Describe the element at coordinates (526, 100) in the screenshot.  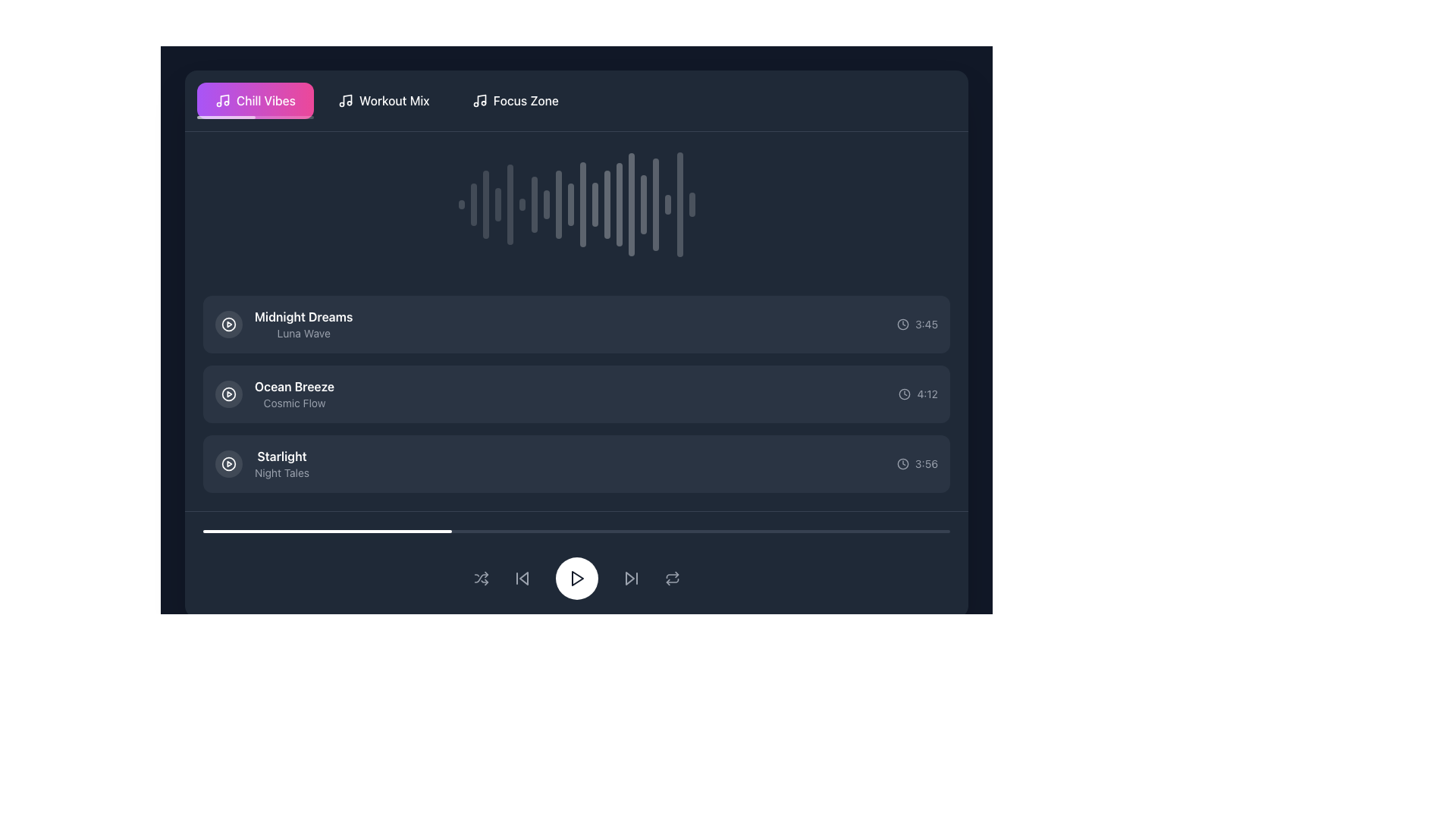
I see `the navigation label located to the right of 'Workout Mix'` at that location.